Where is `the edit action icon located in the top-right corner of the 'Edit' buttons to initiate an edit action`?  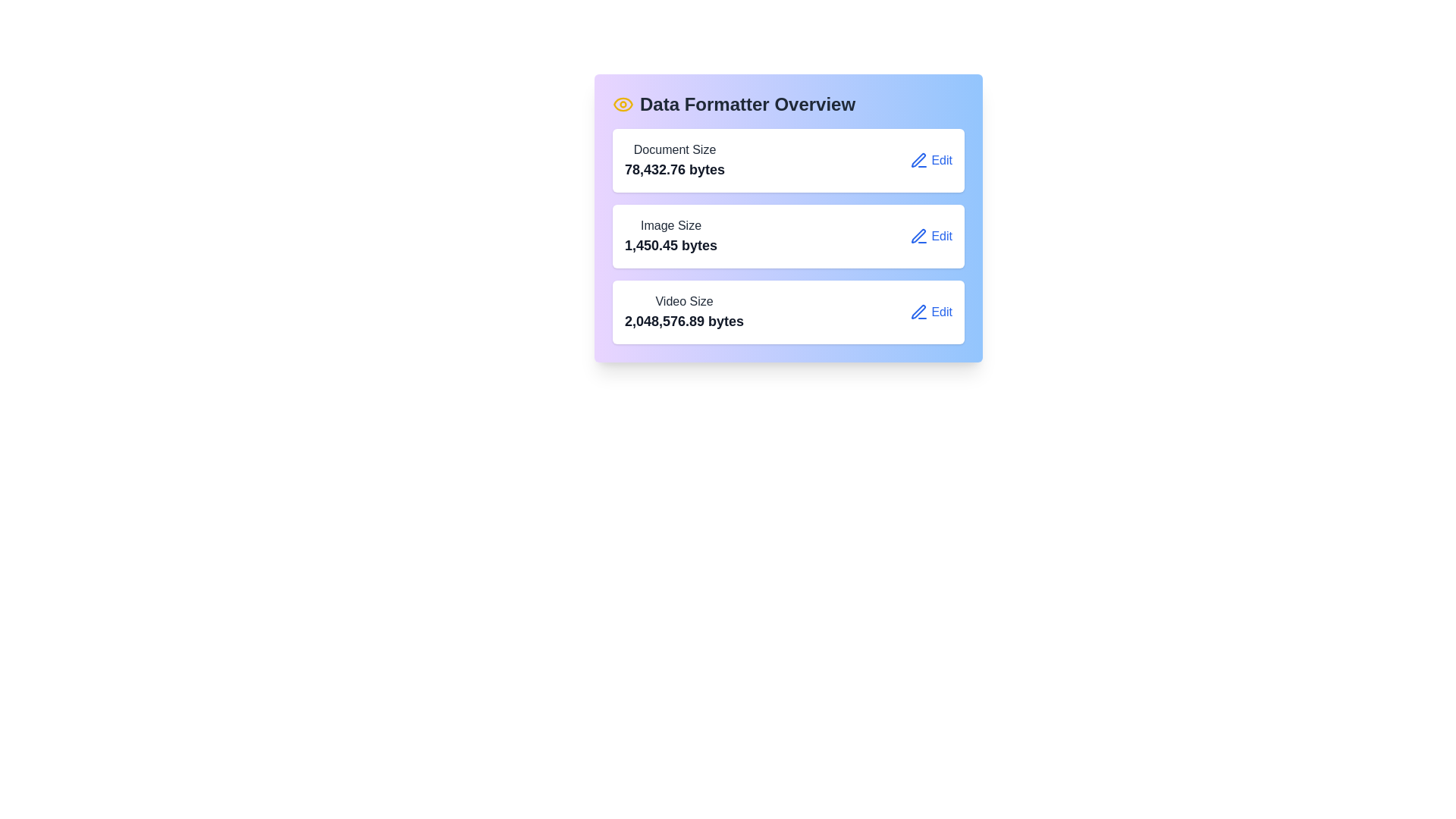 the edit action icon located in the top-right corner of the 'Edit' buttons to initiate an edit action is located at coordinates (918, 311).